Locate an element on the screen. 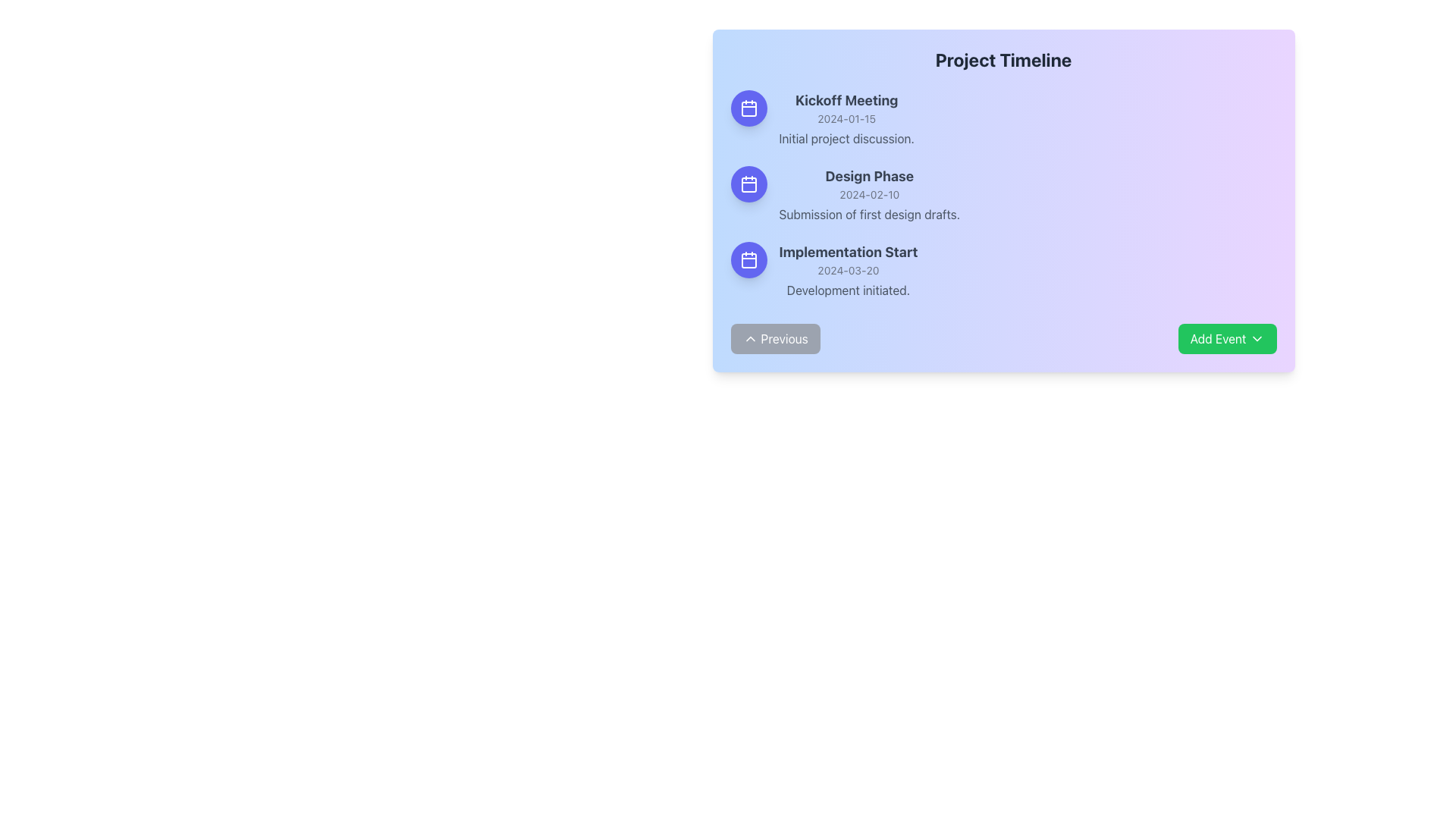 Image resolution: width=1456 pixels, height=819 pixels. the calendar icon located in the 'Project Timeline' section, which is the leftmost icon in the first row, next to the 'Kickoff Meeting' text is located at coordinates (748, 107).